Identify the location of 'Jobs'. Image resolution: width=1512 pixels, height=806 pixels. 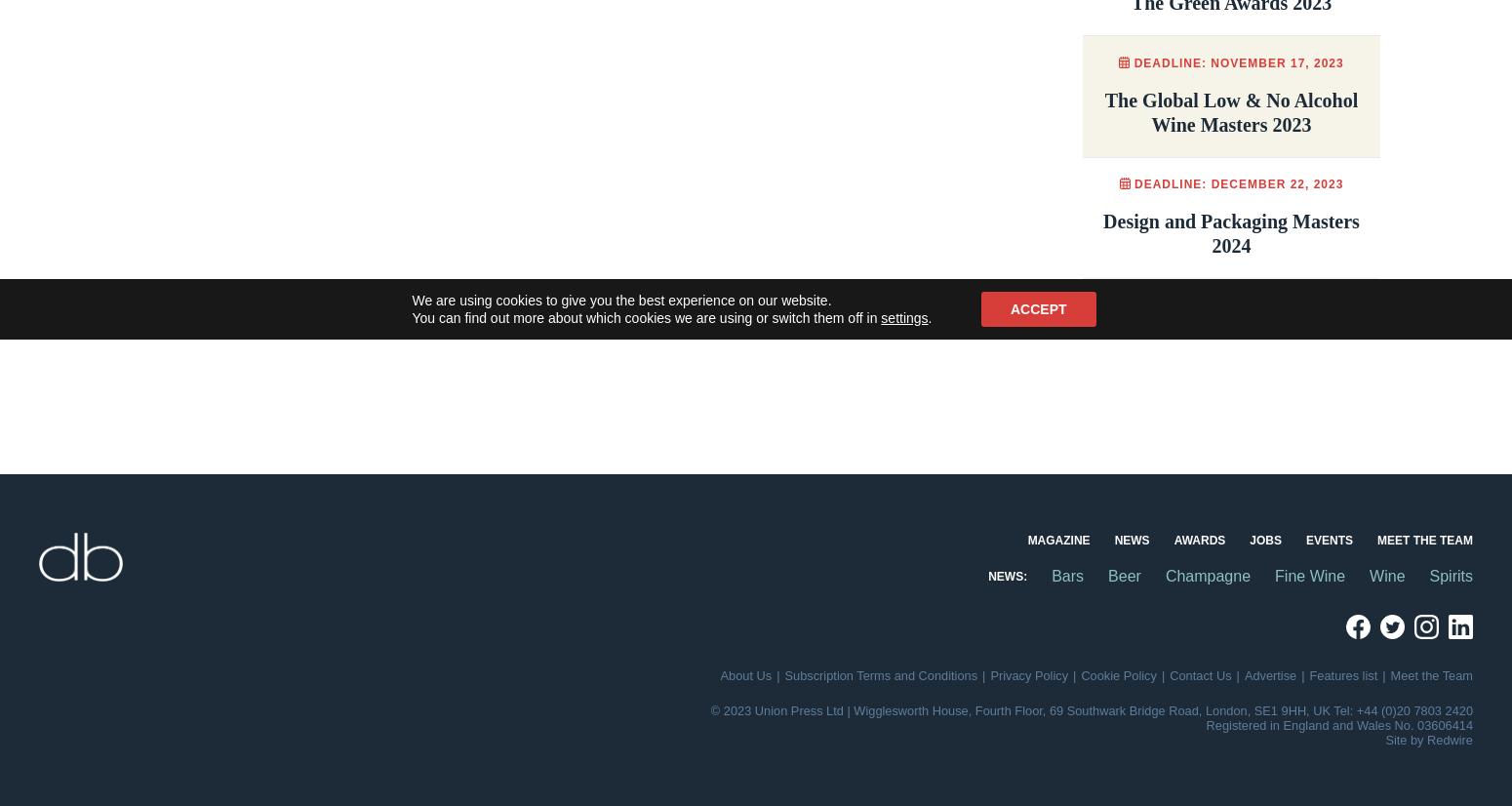
(1264, 540).